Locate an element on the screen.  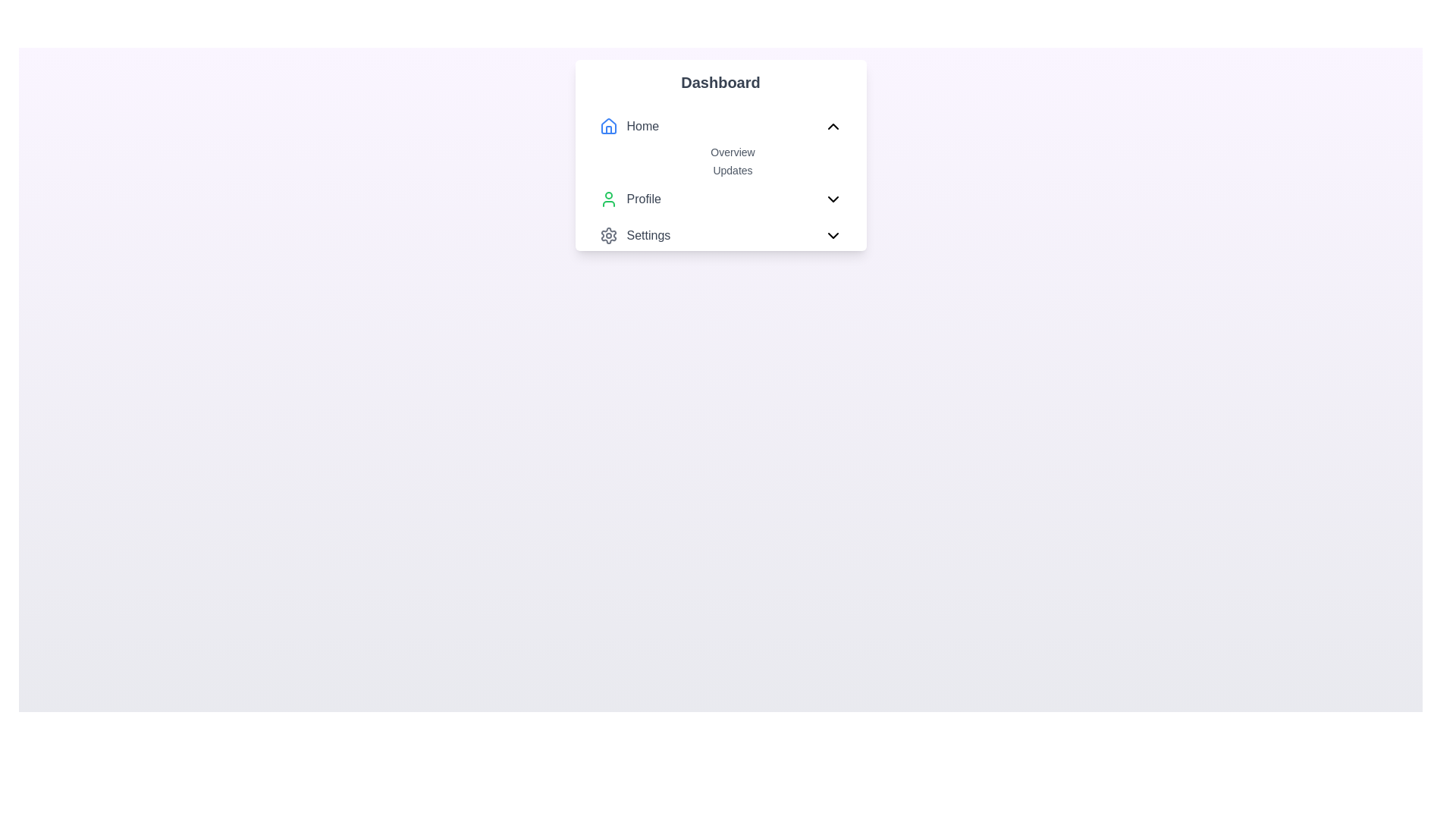
the 'Profile' text label, which is styled with a medium font weight and gray color, located in the menu panel below the 'Dashboard' heading is located at coordinates (644, 198).